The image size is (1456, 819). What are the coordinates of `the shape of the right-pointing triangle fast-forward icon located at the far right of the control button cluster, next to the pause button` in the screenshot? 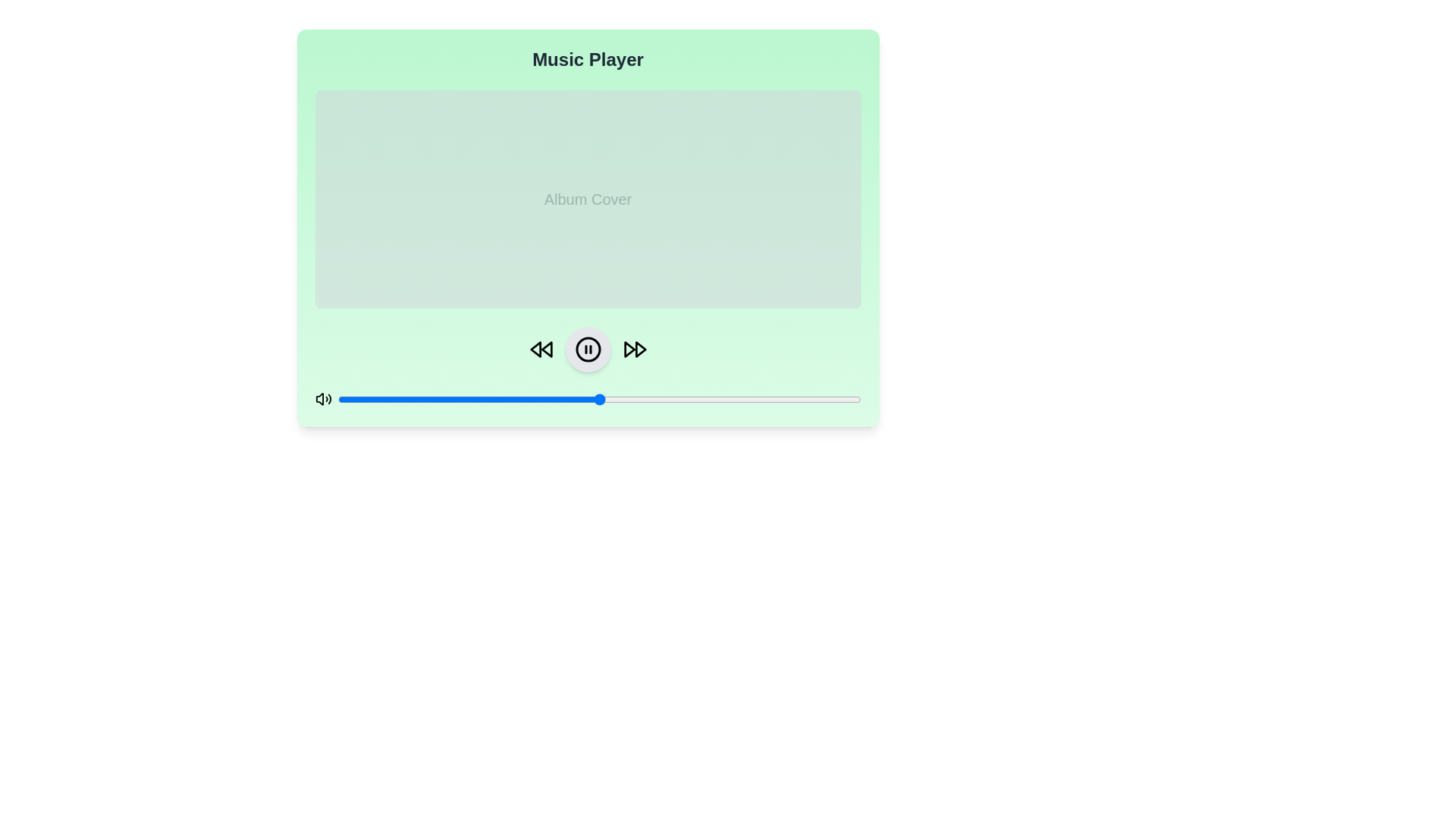 It's located at (640, 350).